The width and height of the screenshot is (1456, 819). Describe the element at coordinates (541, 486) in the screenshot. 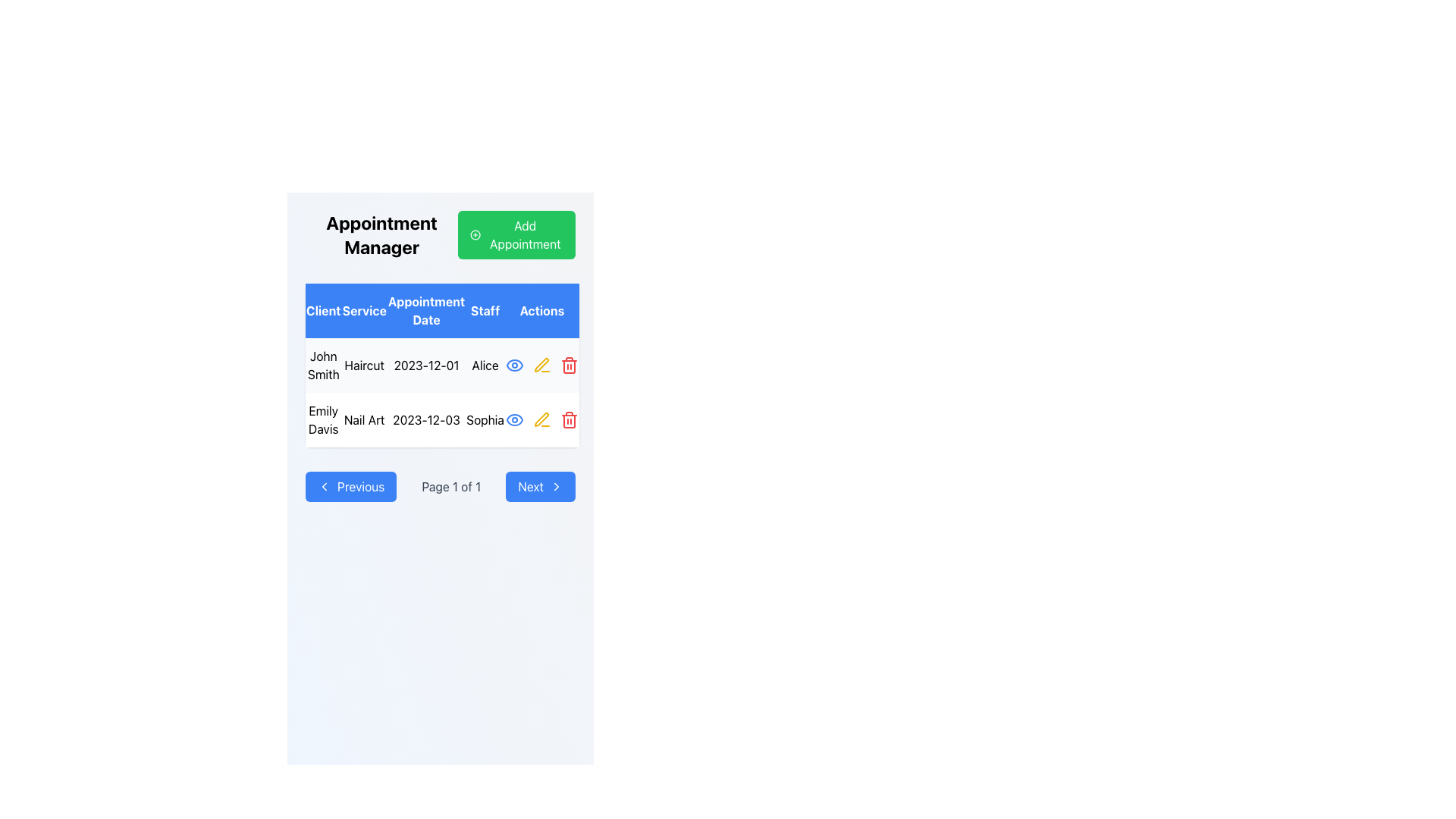

I see `the navigation button located at the bottom right of the interface, which allows the user to navigate to the next page of content` at that location.